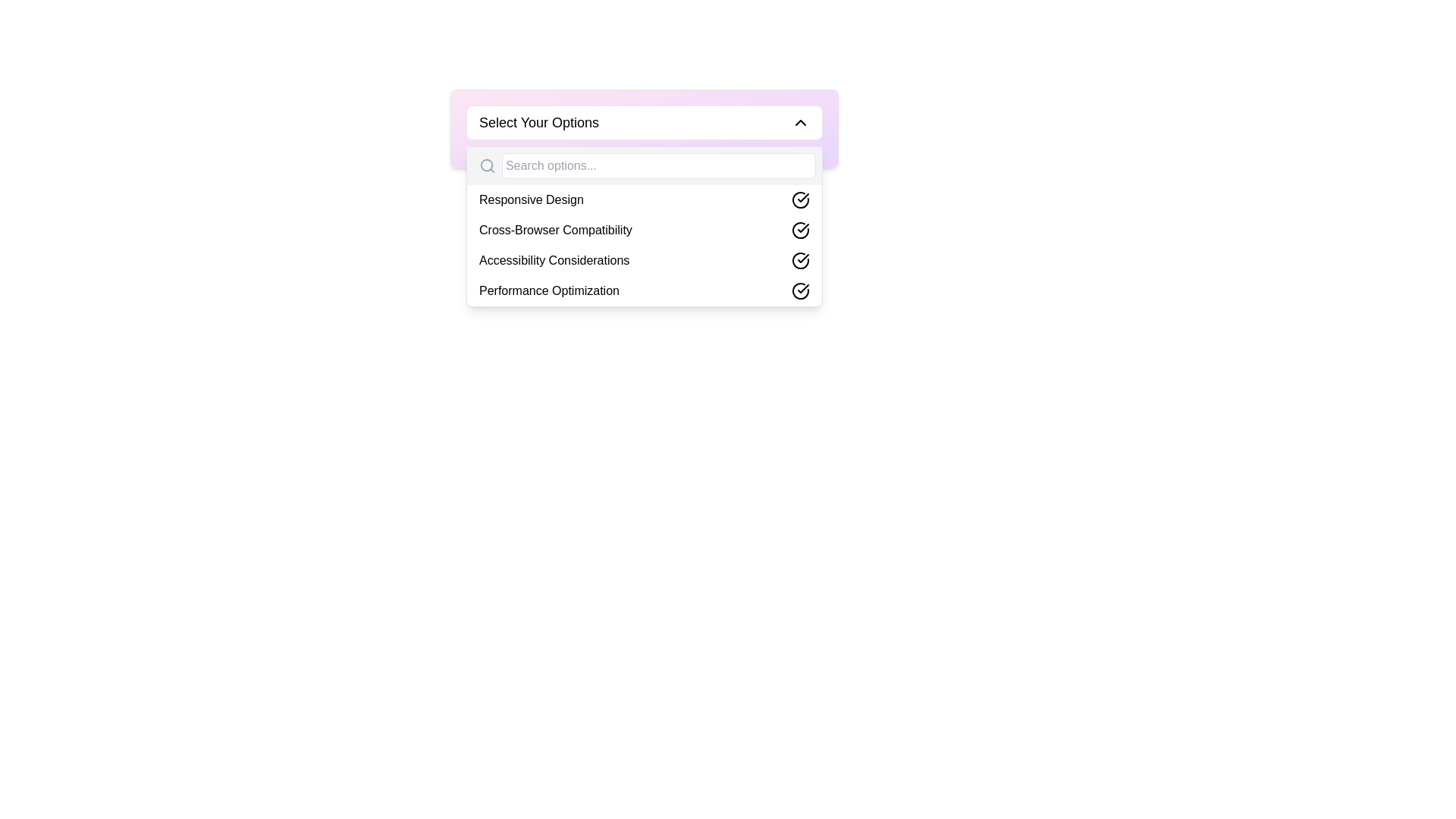 This screenshot has width=1456, height=819. I want to click on to select text in the text input field with a light gray border and placeholder 'Search options...' located within the 'Select Your Options' dropdown menu, so click(658, 166).